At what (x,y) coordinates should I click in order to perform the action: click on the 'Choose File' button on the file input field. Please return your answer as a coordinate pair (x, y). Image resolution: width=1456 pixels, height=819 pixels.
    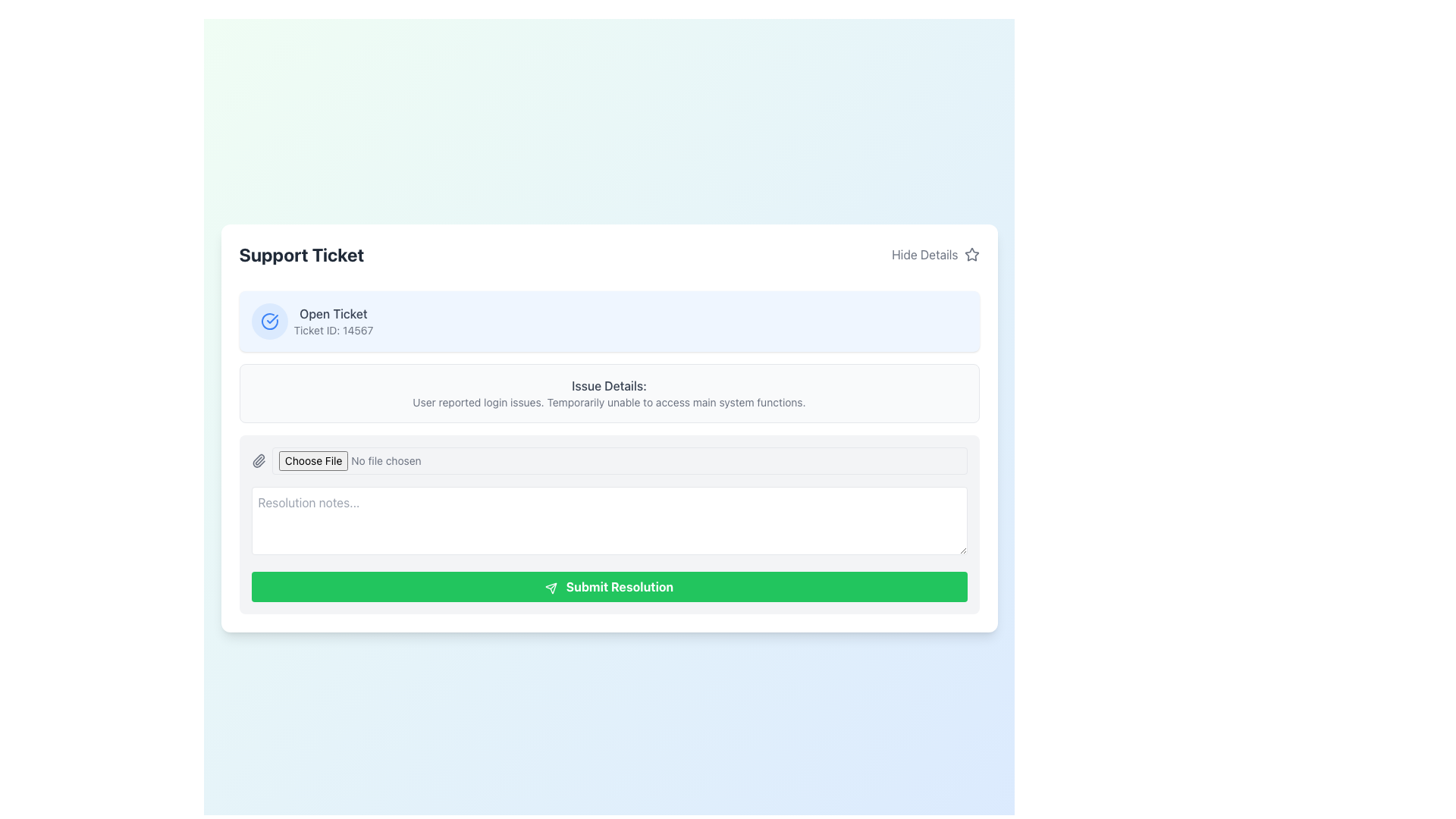
    Looking at the image, I should click on (609, 460).